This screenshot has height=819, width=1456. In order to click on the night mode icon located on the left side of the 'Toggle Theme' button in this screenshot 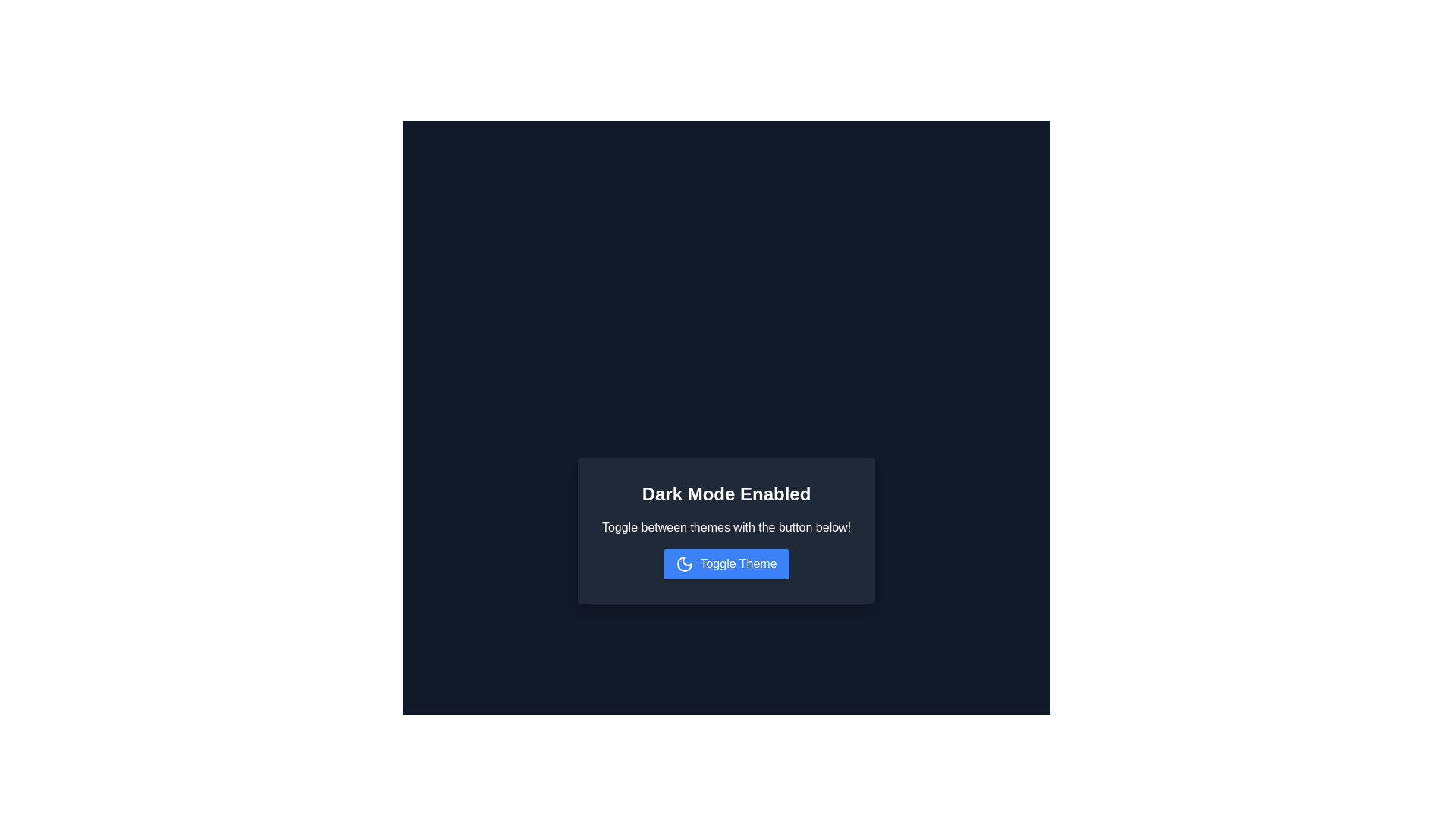, I will do `click(684, 564)`.